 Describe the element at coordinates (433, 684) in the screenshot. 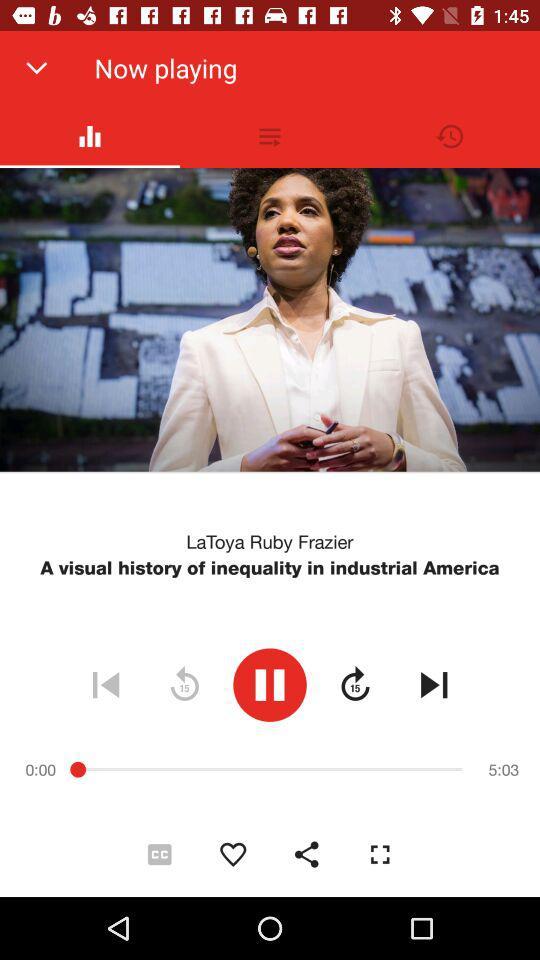

I see `the item below the a visual history` at that location.